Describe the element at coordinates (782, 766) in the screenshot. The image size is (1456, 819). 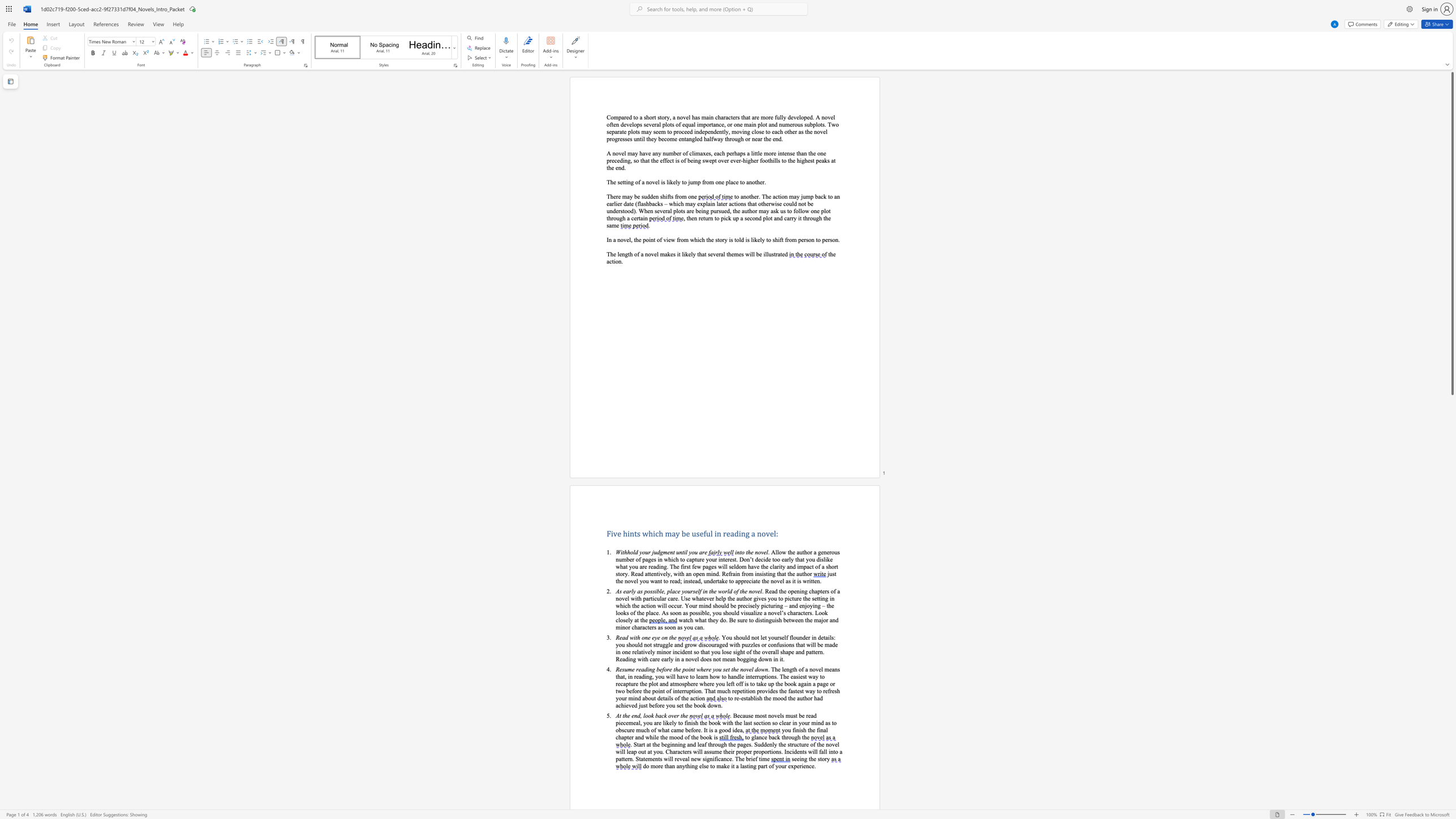
I see `the 1th character "u" in the text` at that location.